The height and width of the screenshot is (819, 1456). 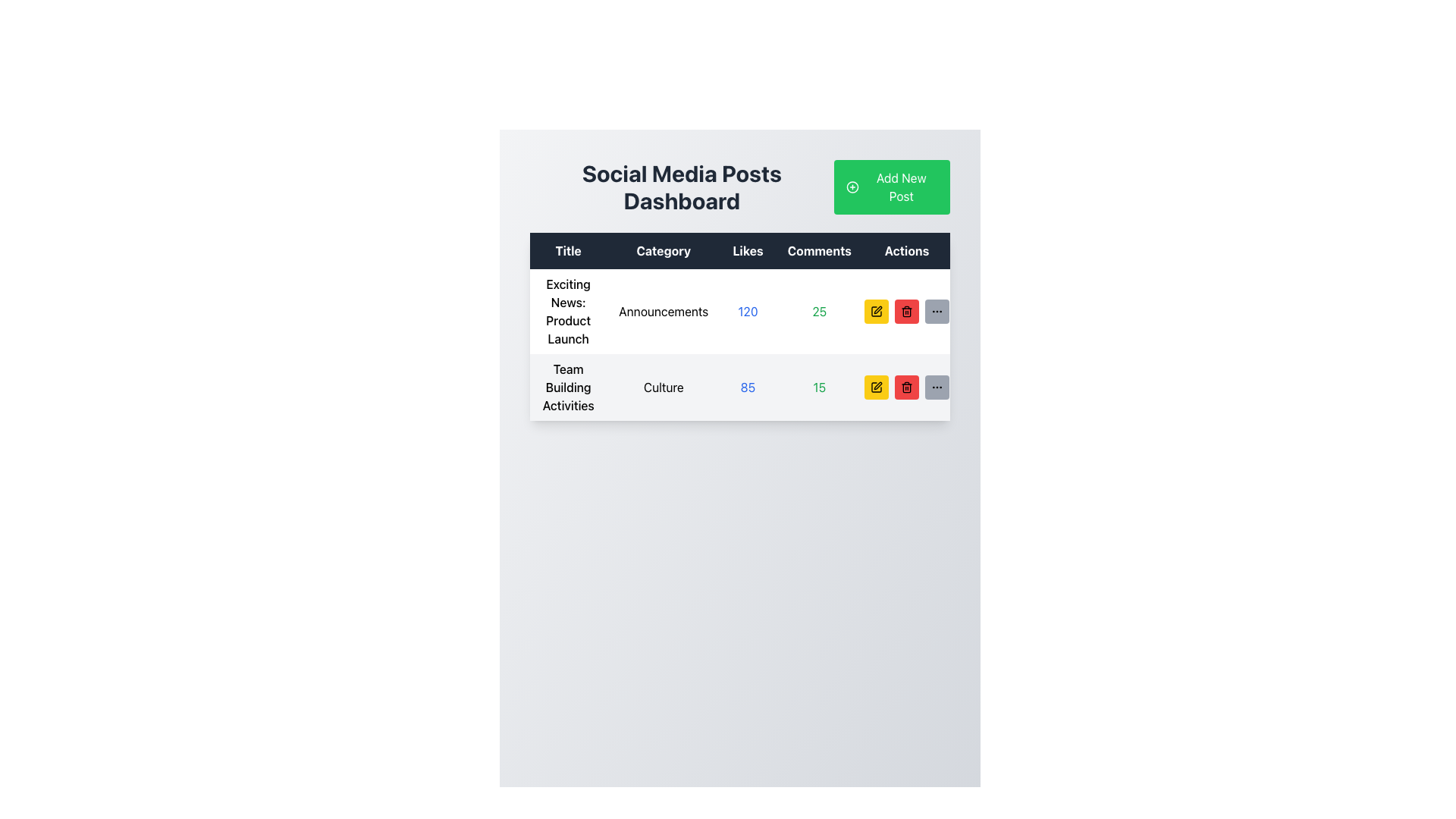 What do you see at coordinates (877, 311) in the screenshot?
I see `the leftmost edit button in the 'Actions' column of the first row` at bounding box center [877, 311].